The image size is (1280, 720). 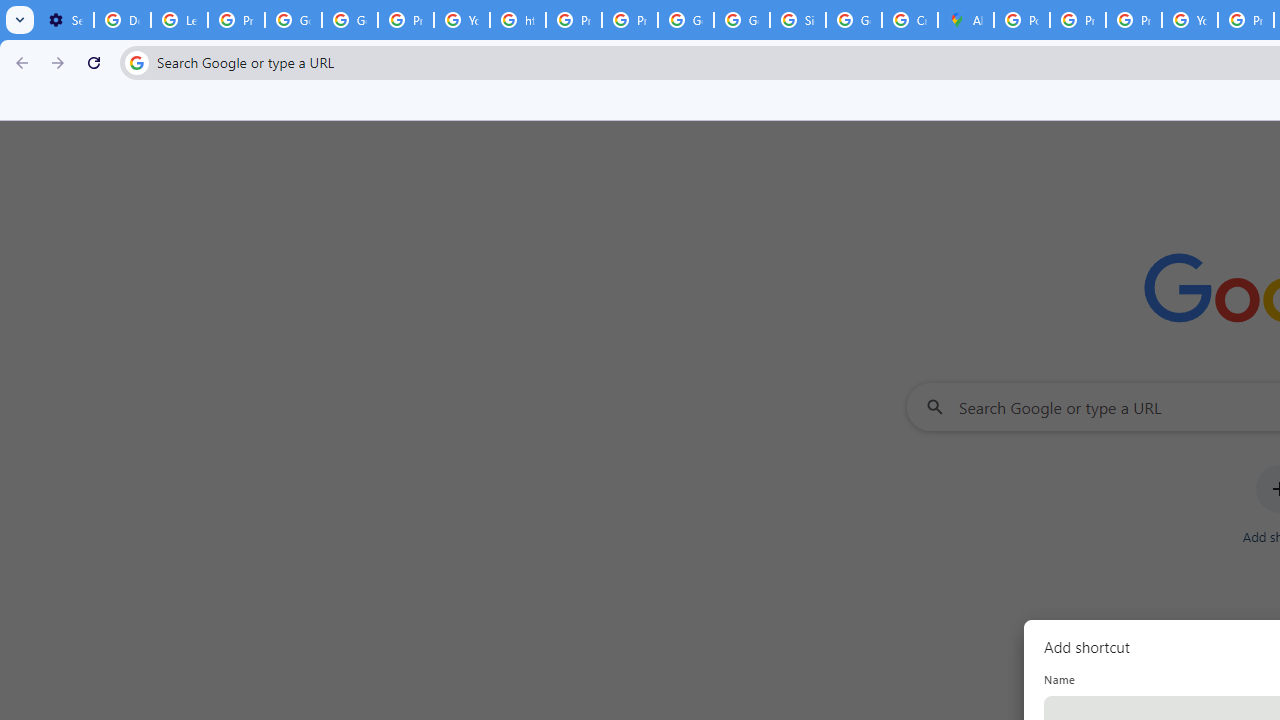 What do you see at coordinates (1076, 20) in the screenshot?
I see `'Privacy Help Center - Policies Help'` at bounding box center [1076, 20].